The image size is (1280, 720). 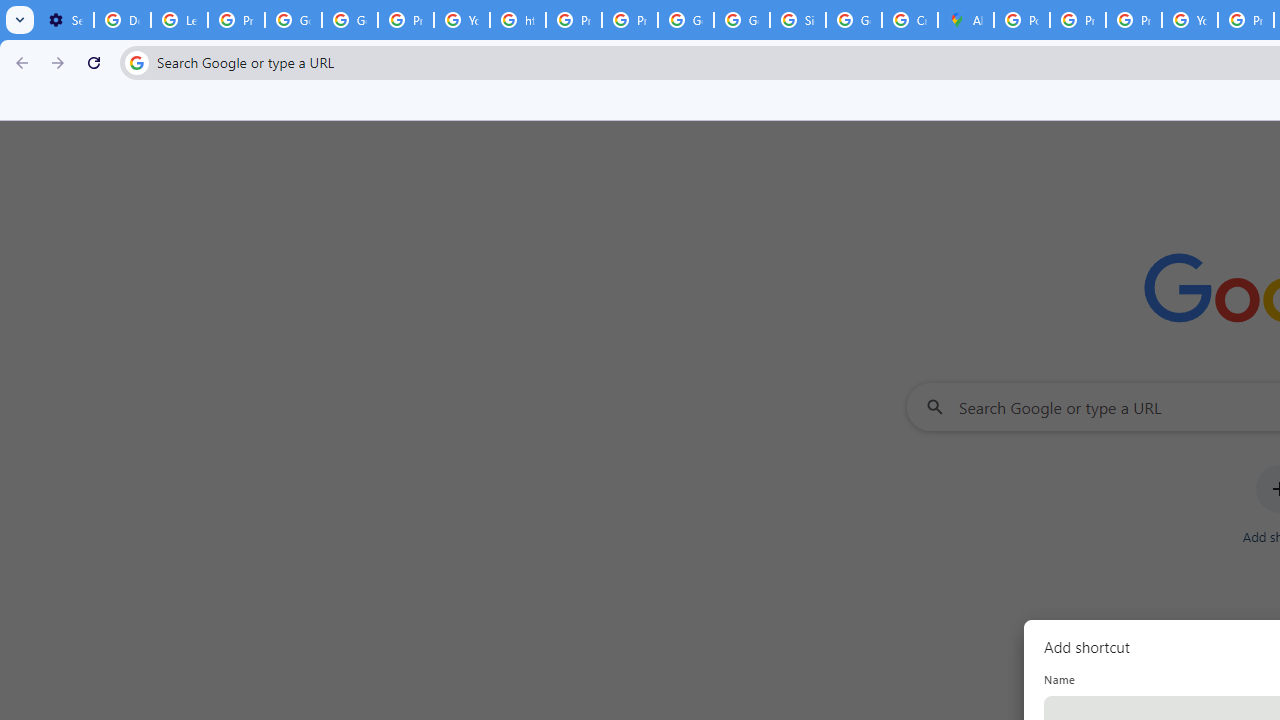 What do you see at coordinates (1076, 20) in the screenshot?
I see `'Privacy Help Center - Policies Help'` at bounding box center [1076, 20].